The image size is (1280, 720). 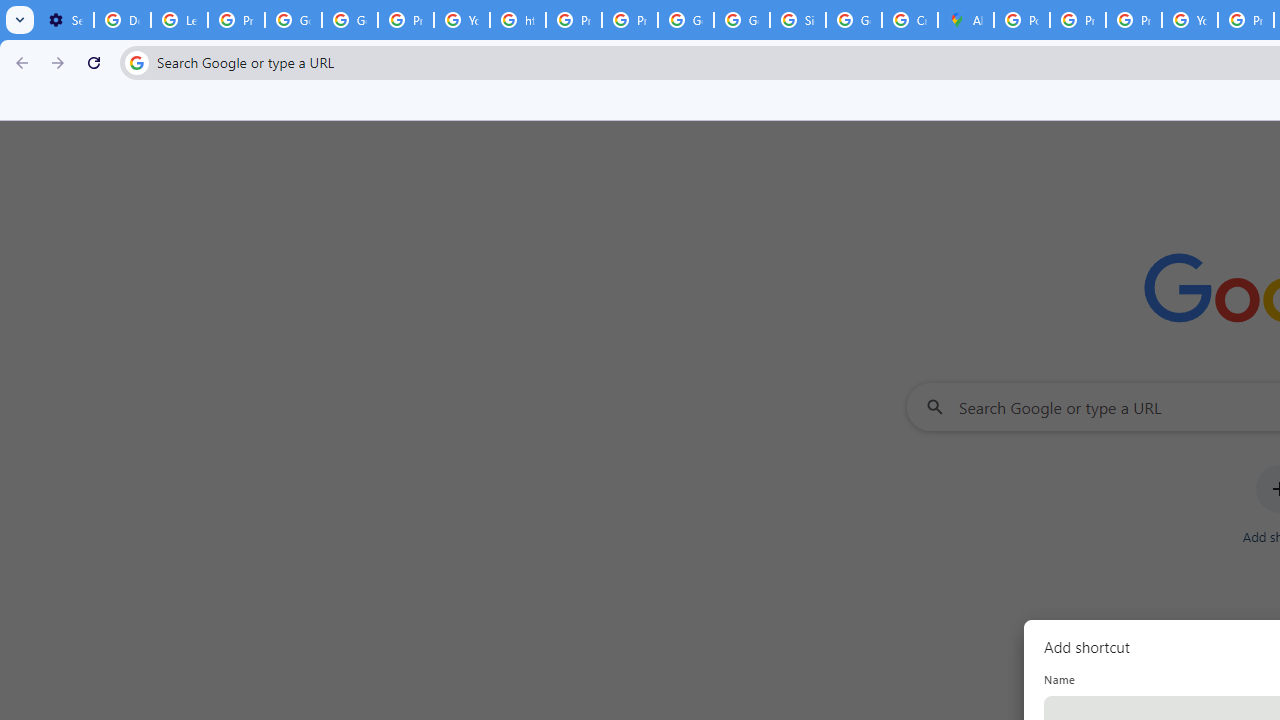 What do you see at coordinates (1076, 20) in the screenshot?
I see `'Privacy Help Center - Policies Help'` at bounding box center [1076, 20].